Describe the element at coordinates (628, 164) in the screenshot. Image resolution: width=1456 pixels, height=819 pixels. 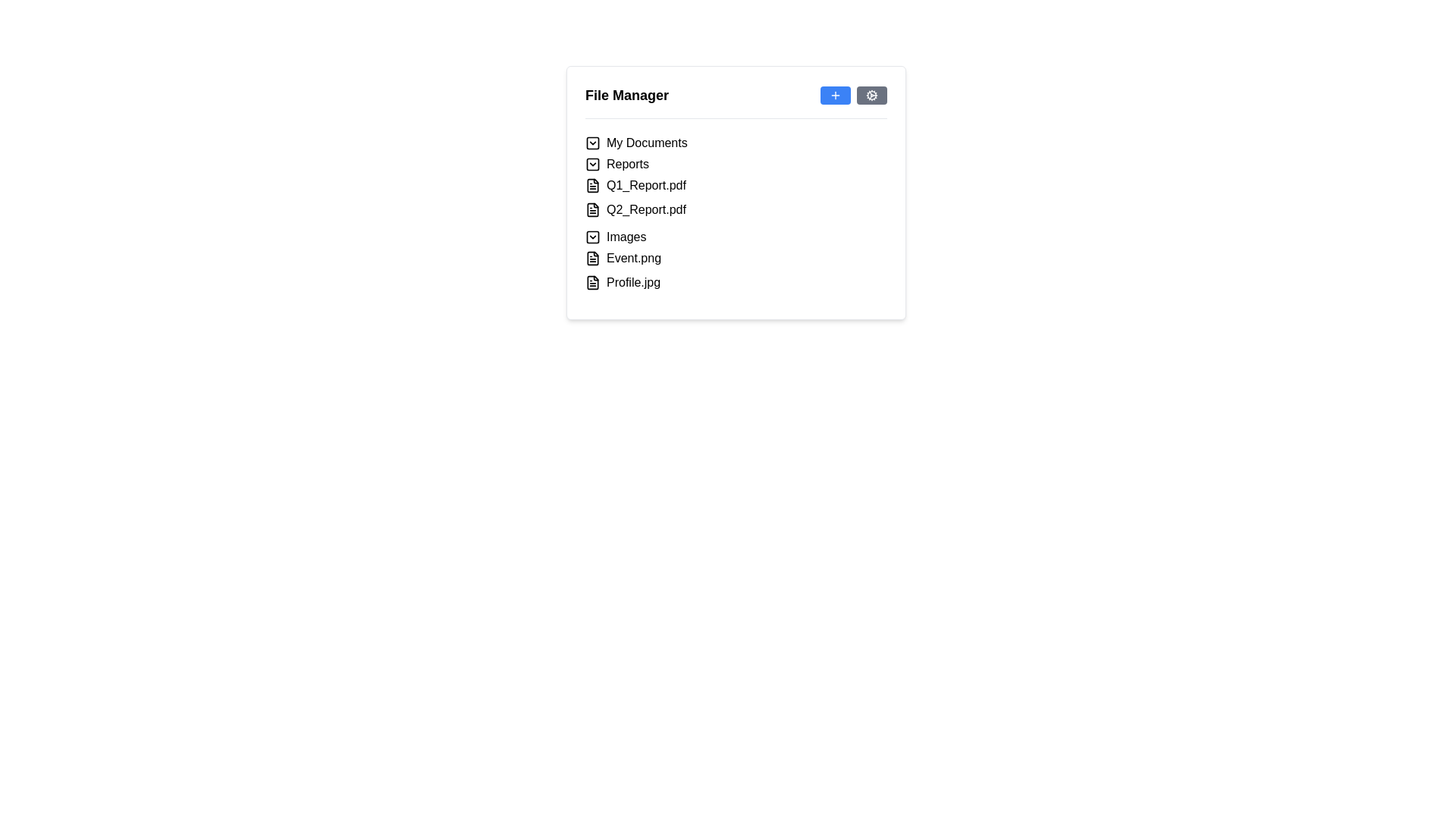
I see `the clickable label 'Reports' to expand or collapse the folder within the file manager` at that location.